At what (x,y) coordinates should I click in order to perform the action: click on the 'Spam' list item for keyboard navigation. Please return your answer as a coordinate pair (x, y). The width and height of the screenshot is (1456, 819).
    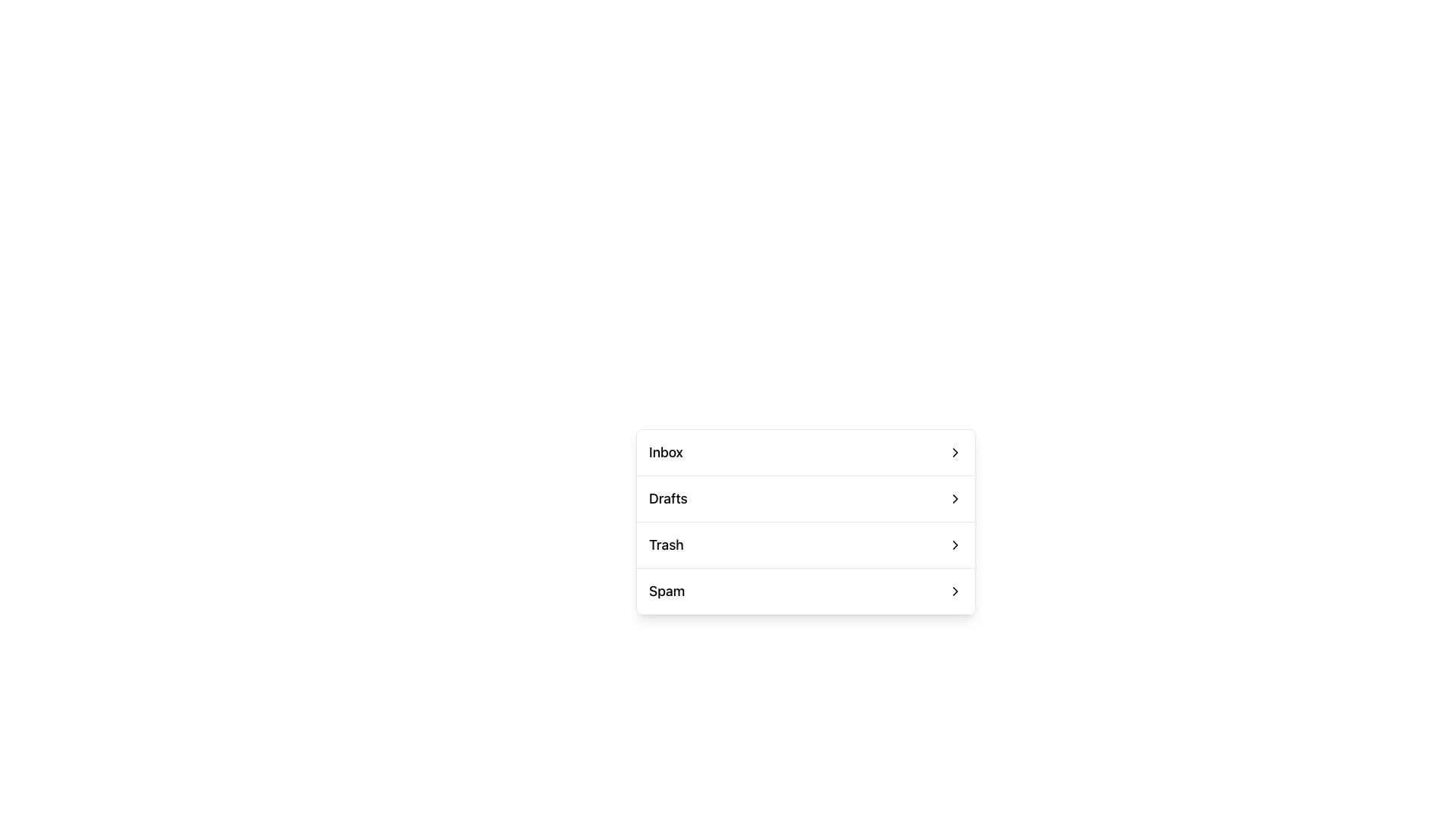
    Looking at the image, I should click on (805, 590).